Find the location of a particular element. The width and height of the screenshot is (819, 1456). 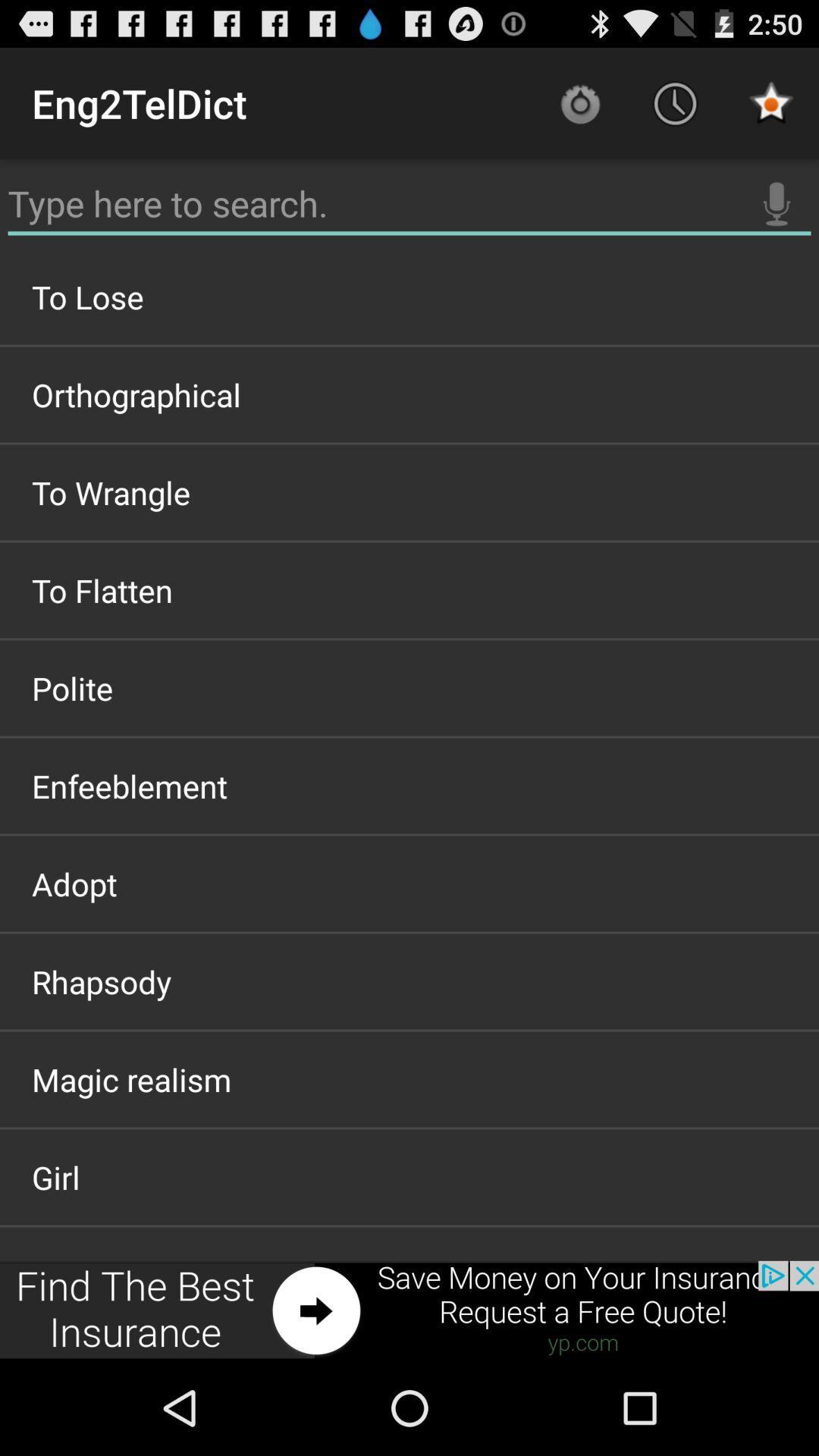

the to wrangle is located at coordinates (409, 492).